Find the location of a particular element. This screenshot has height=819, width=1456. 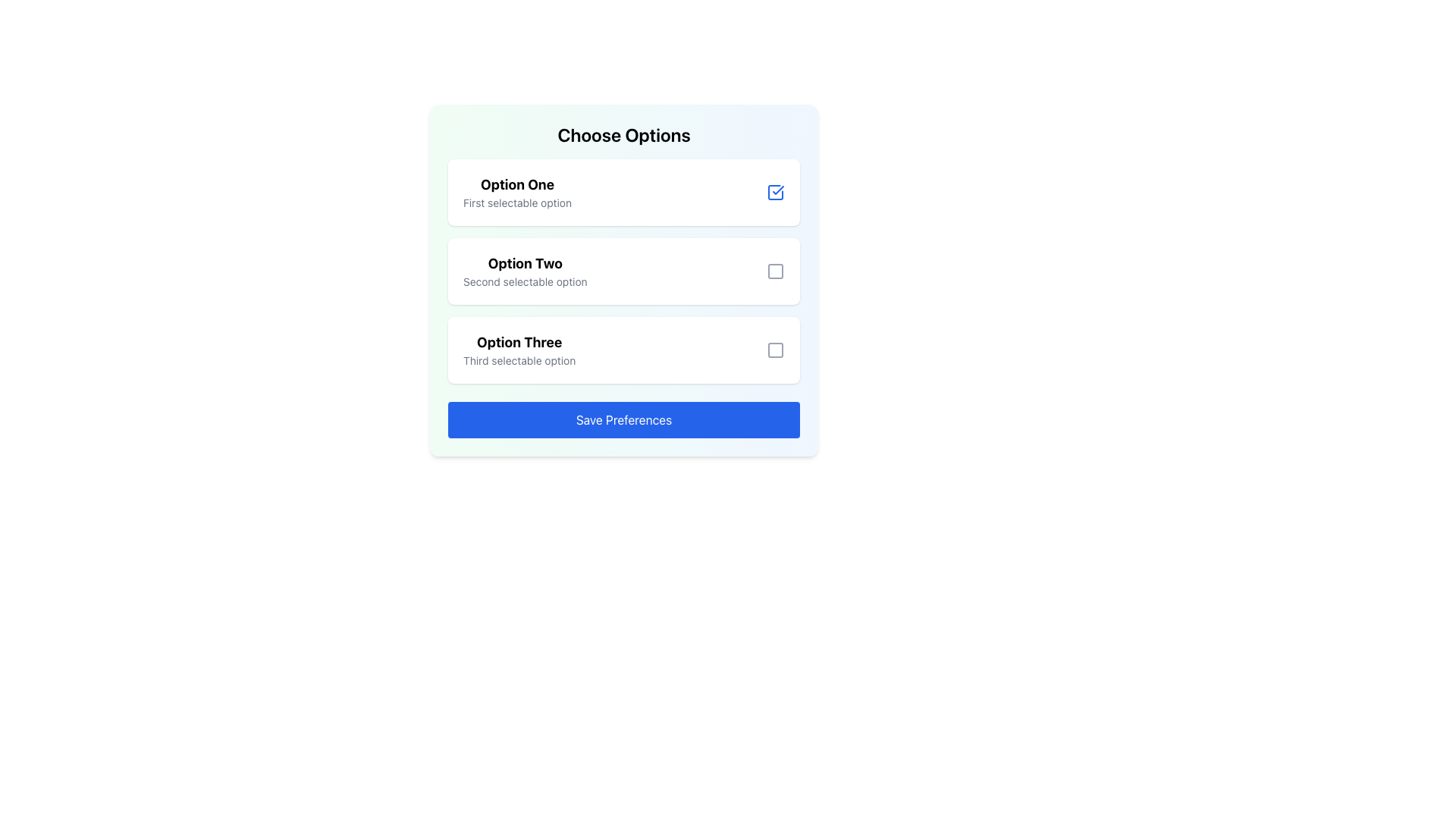

the interactive checkbox for the 'Option Two' selection, which is positioned to the right of its text content is located at coordinates (775, 271).